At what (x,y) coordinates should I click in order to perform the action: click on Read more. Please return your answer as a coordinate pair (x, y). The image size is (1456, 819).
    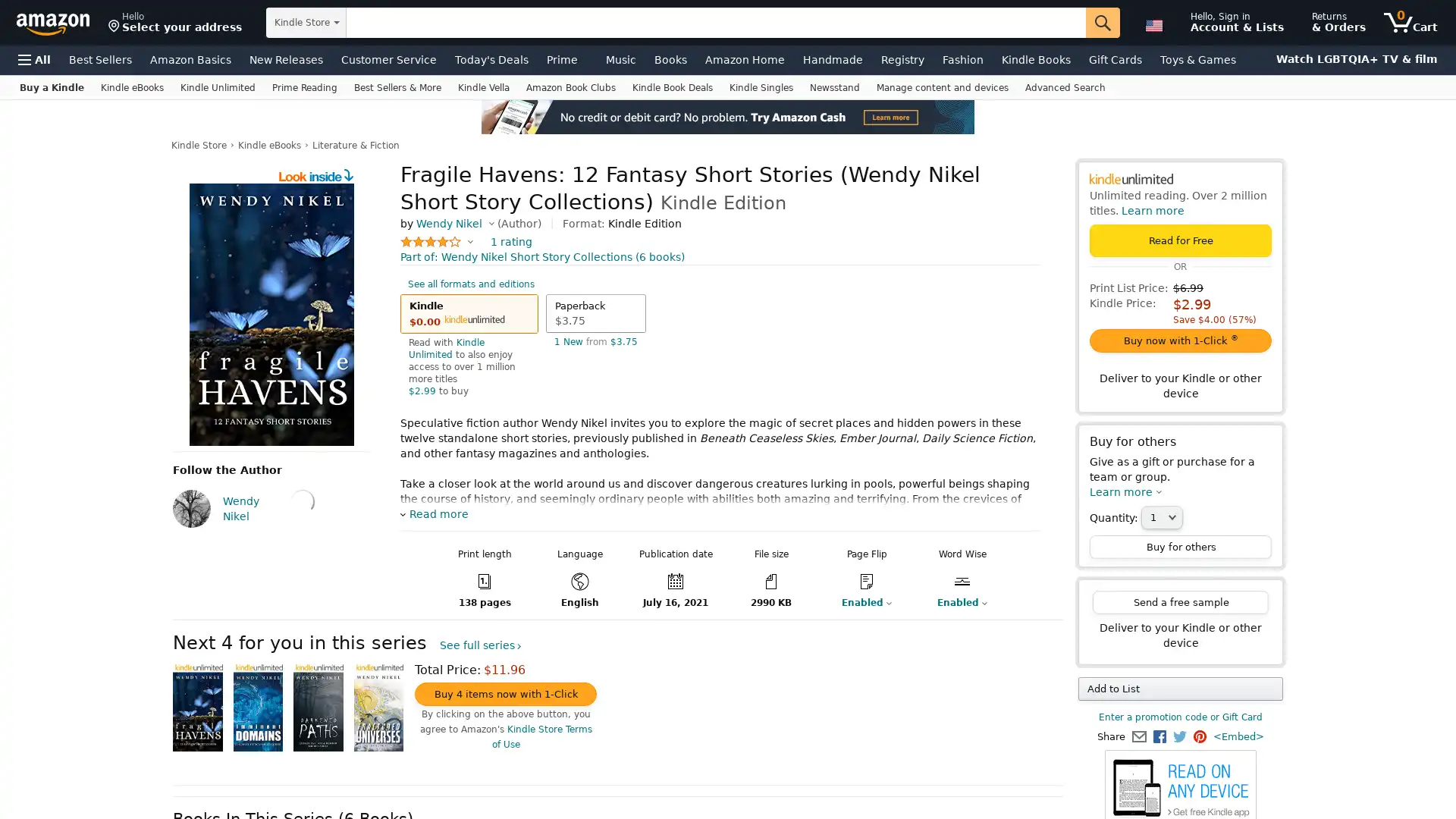
    Looking at the image, I should click on (433, 513).